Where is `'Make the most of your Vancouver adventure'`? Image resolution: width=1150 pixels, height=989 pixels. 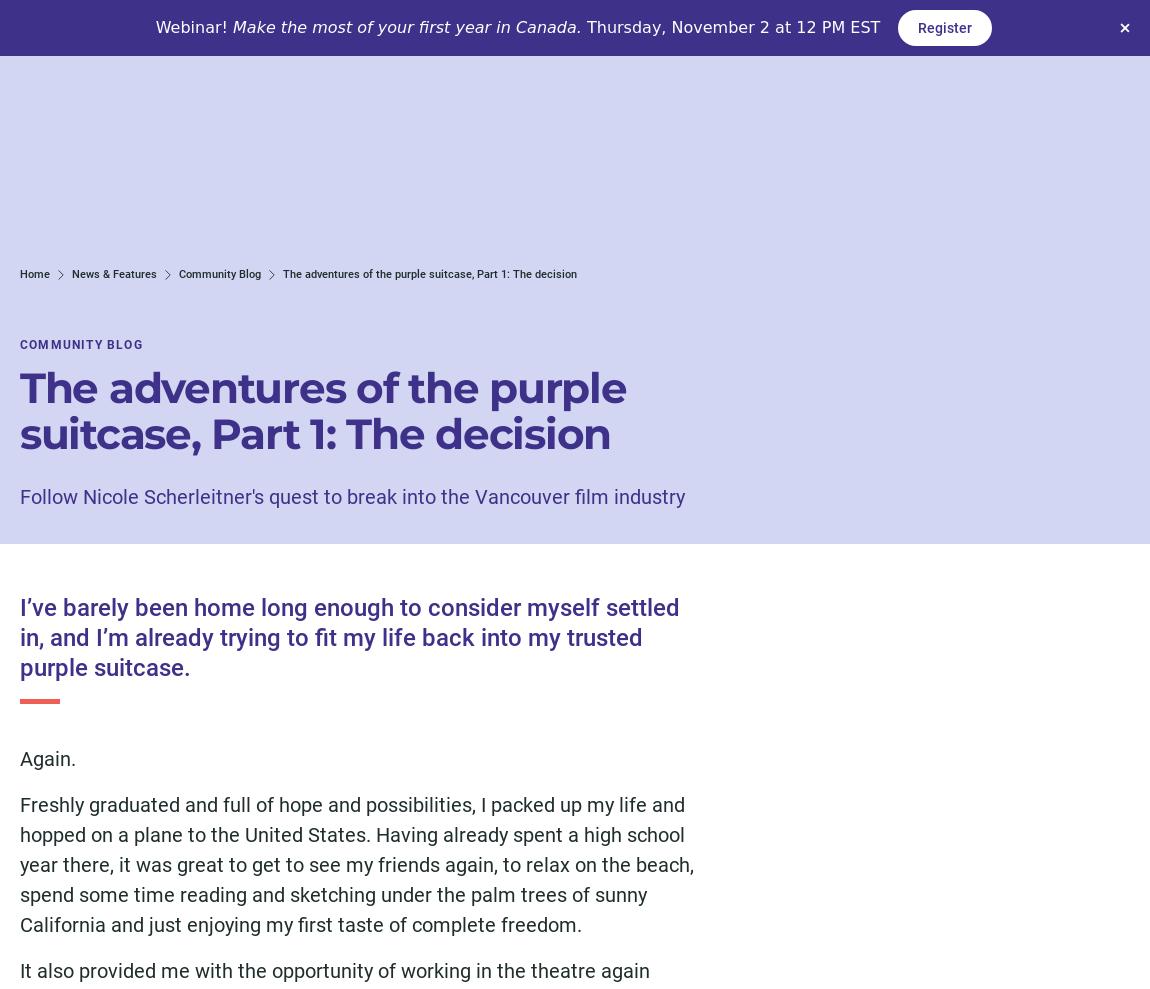
'Make the most of your Vancouver adventure' is located at coordinates (197, 840).